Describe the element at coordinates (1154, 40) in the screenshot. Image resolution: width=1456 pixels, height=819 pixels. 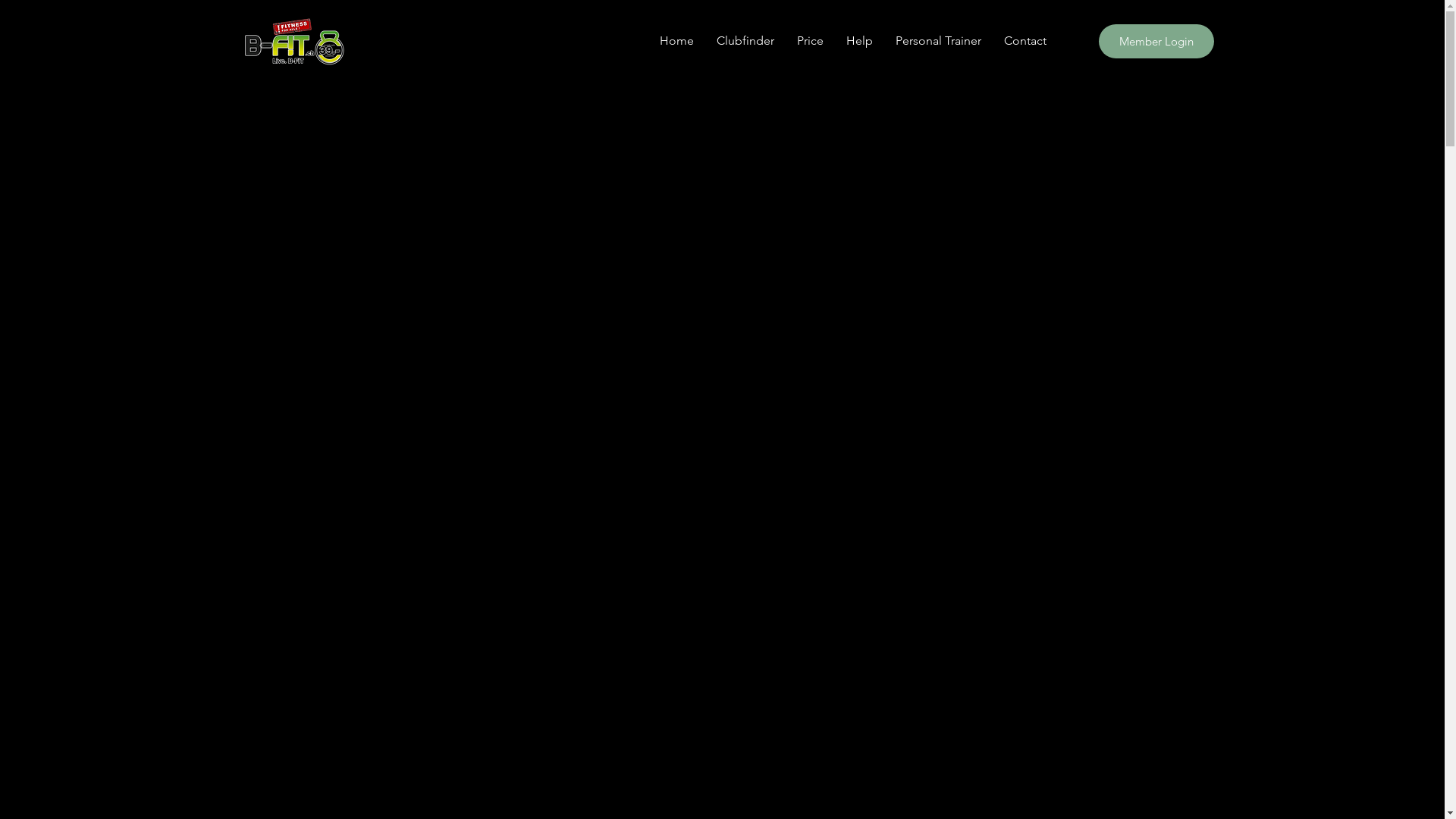
I see `'Member Login'` at that location.